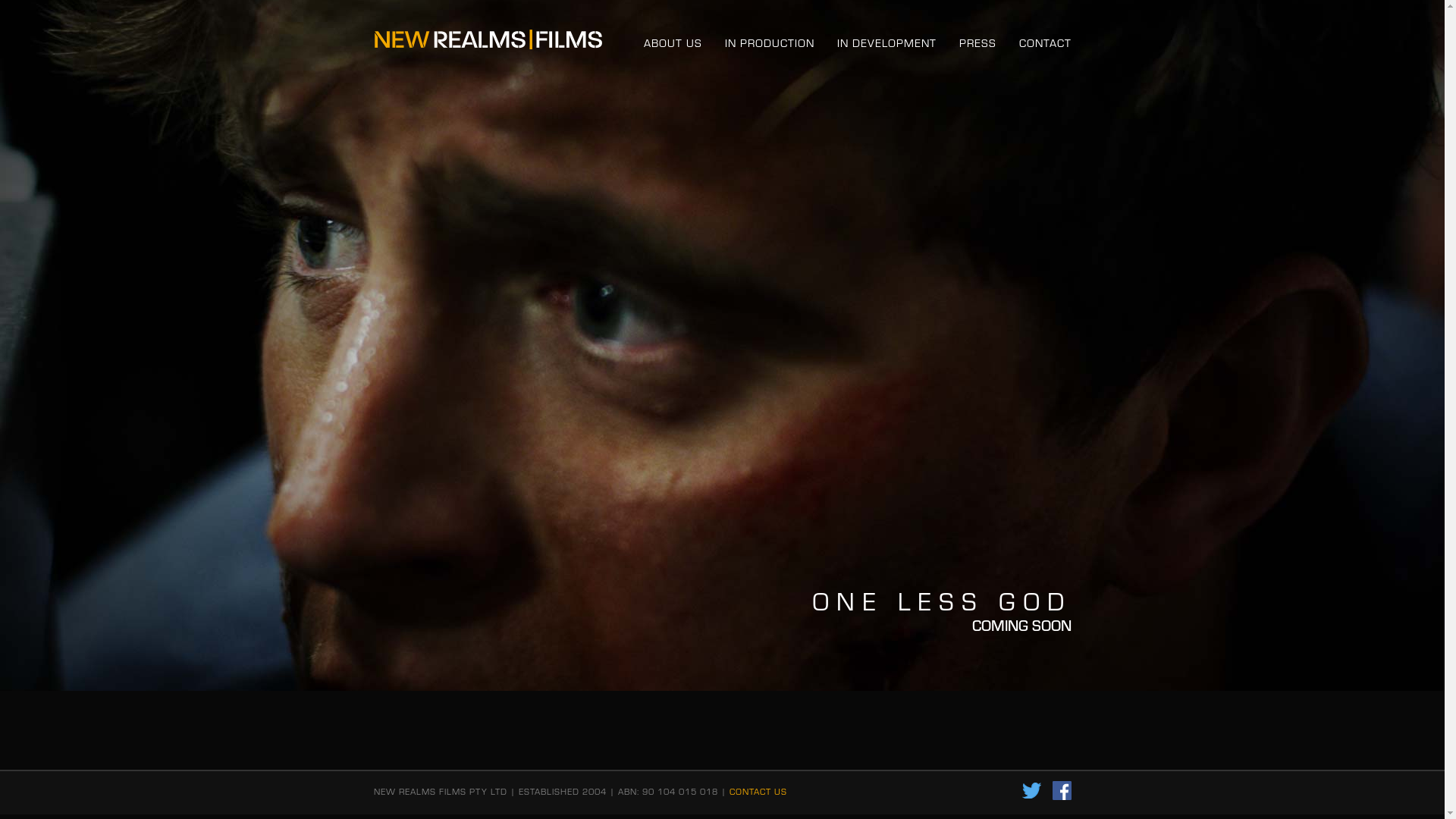 Image resolution: width=1456 pixels, height=819 pixels. What do you see at coordinates (886, 42) in the screenshot?
I see `'IN DEVELOPMENT'` at bounding box center [886, 42].